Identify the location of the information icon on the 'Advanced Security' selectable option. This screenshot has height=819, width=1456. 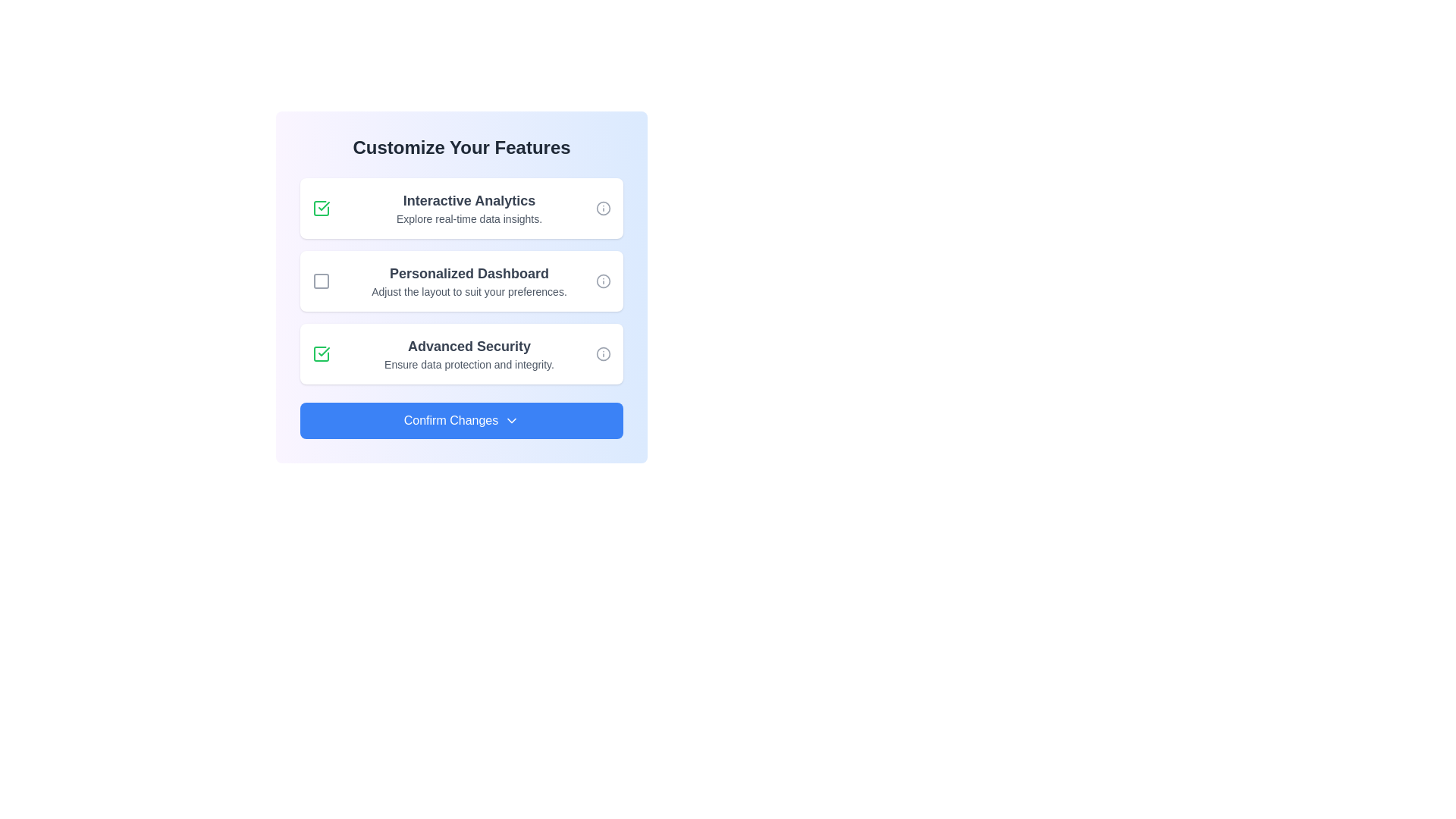
(461, 353).